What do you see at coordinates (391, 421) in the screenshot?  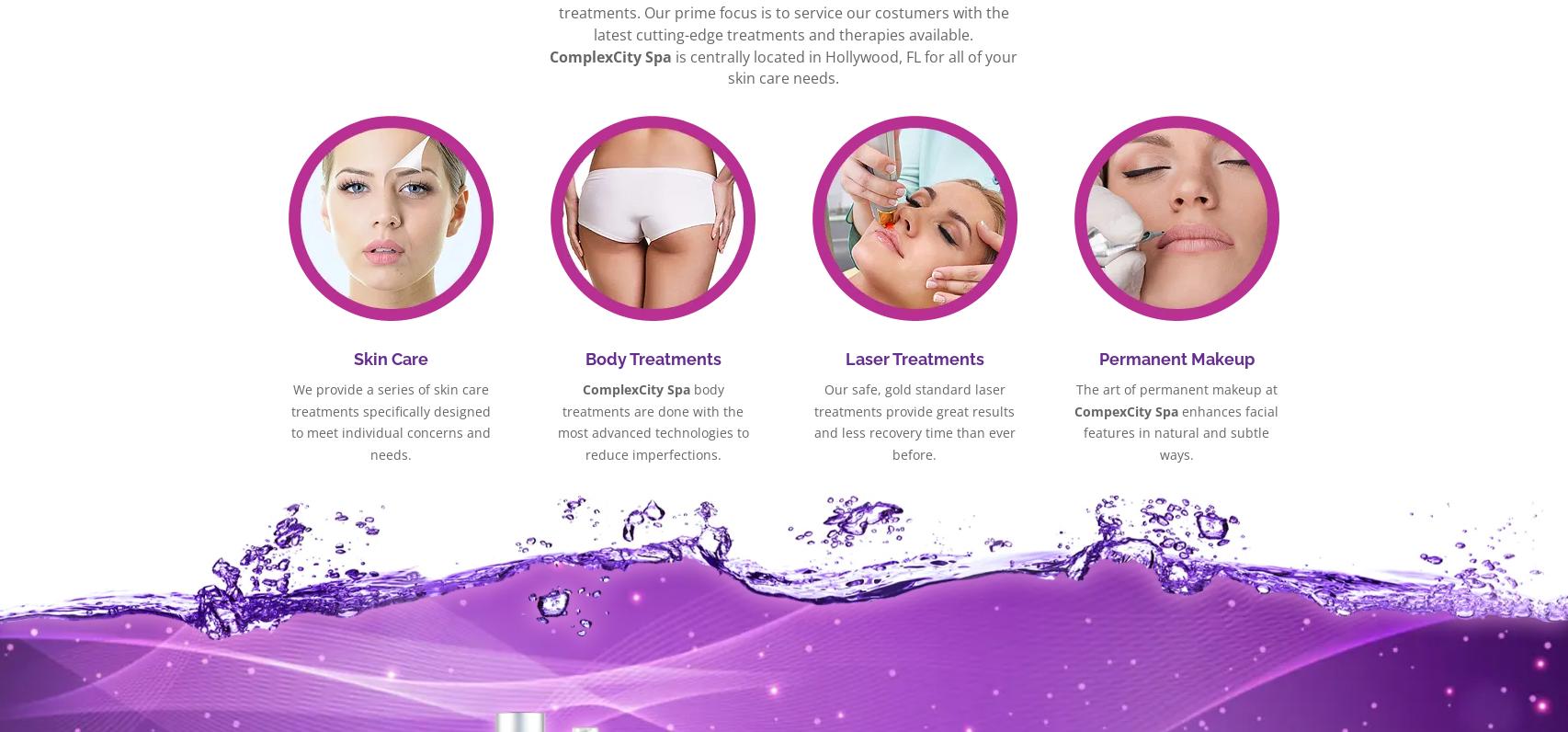 I see `'We provide a series of skin care treatments specifically designed to meet individual concerns and needs.'` at bounding box center [391, 421].